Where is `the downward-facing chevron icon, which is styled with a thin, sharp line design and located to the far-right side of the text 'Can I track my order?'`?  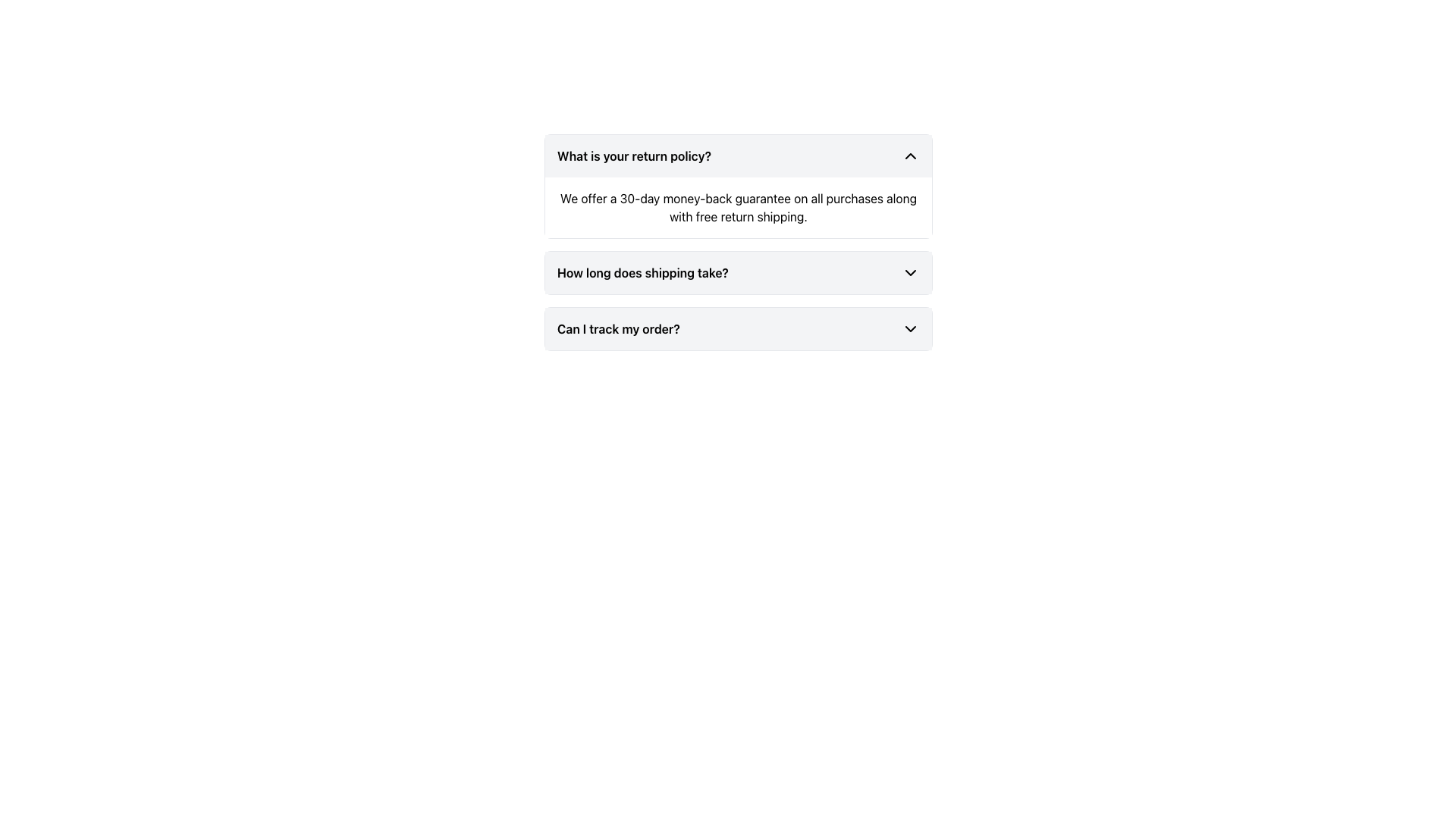
the downward-facing chevron icon, which is styled with a thin, sharp line design and located to the far-right side of the text 'Can I track my order?' is located at coordinates (910, 328).